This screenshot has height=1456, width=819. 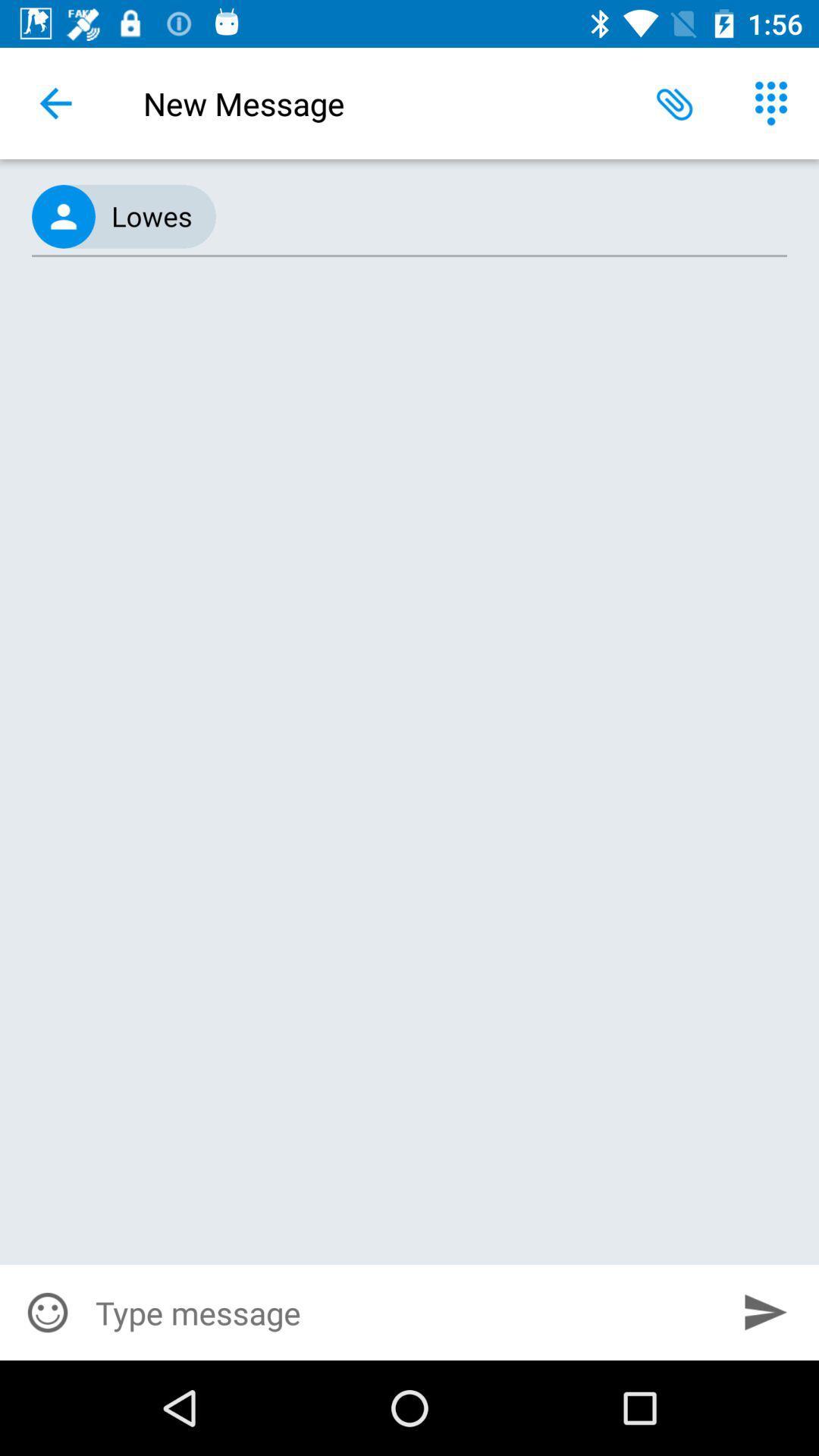 What do you see at coordinates (409, 216) in the screenshot?
I see `the (415) 486-8611,  icon` at bounding box center [409, 216].